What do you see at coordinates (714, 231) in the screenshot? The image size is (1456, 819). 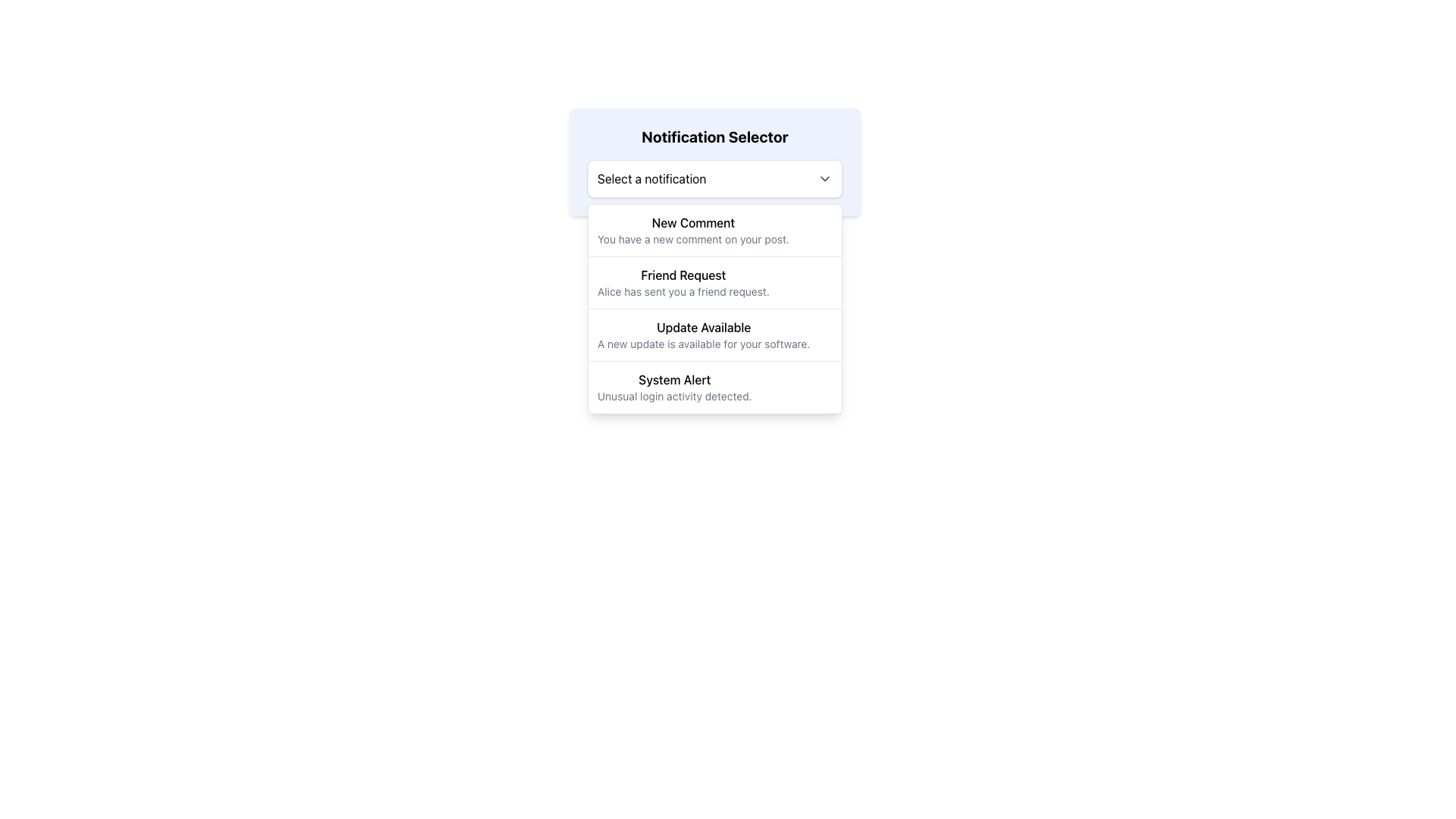 I see `the first list item in the notification list under 'Notification Selector' for keyboard navigation` at bounding box center [714, 231].